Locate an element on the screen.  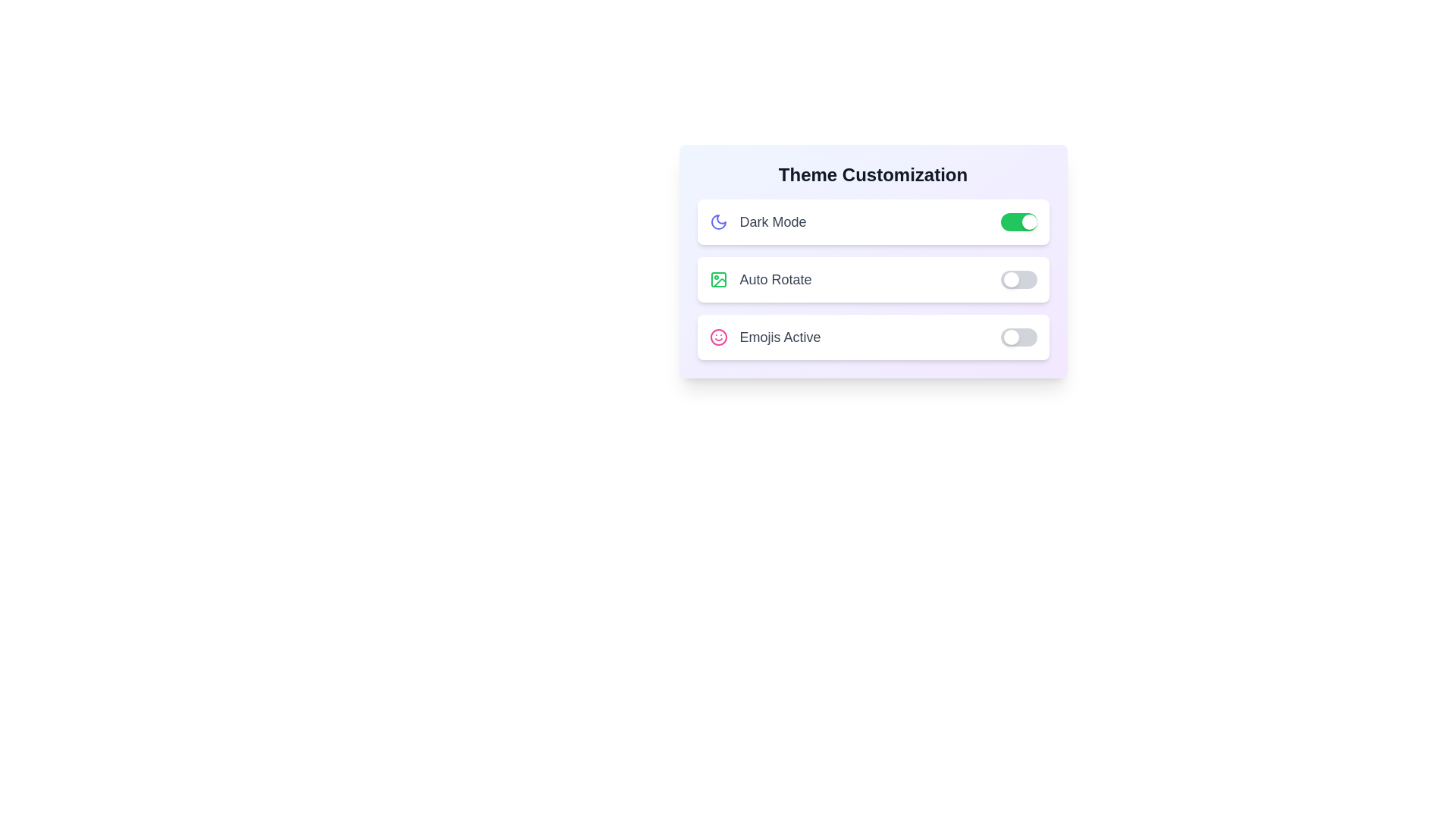
the toggle switch located at the far right of the first row in the 'Theme Customization' panel to change its state for the 'Dark Mode' feature is located at coordinates (1018, 222).